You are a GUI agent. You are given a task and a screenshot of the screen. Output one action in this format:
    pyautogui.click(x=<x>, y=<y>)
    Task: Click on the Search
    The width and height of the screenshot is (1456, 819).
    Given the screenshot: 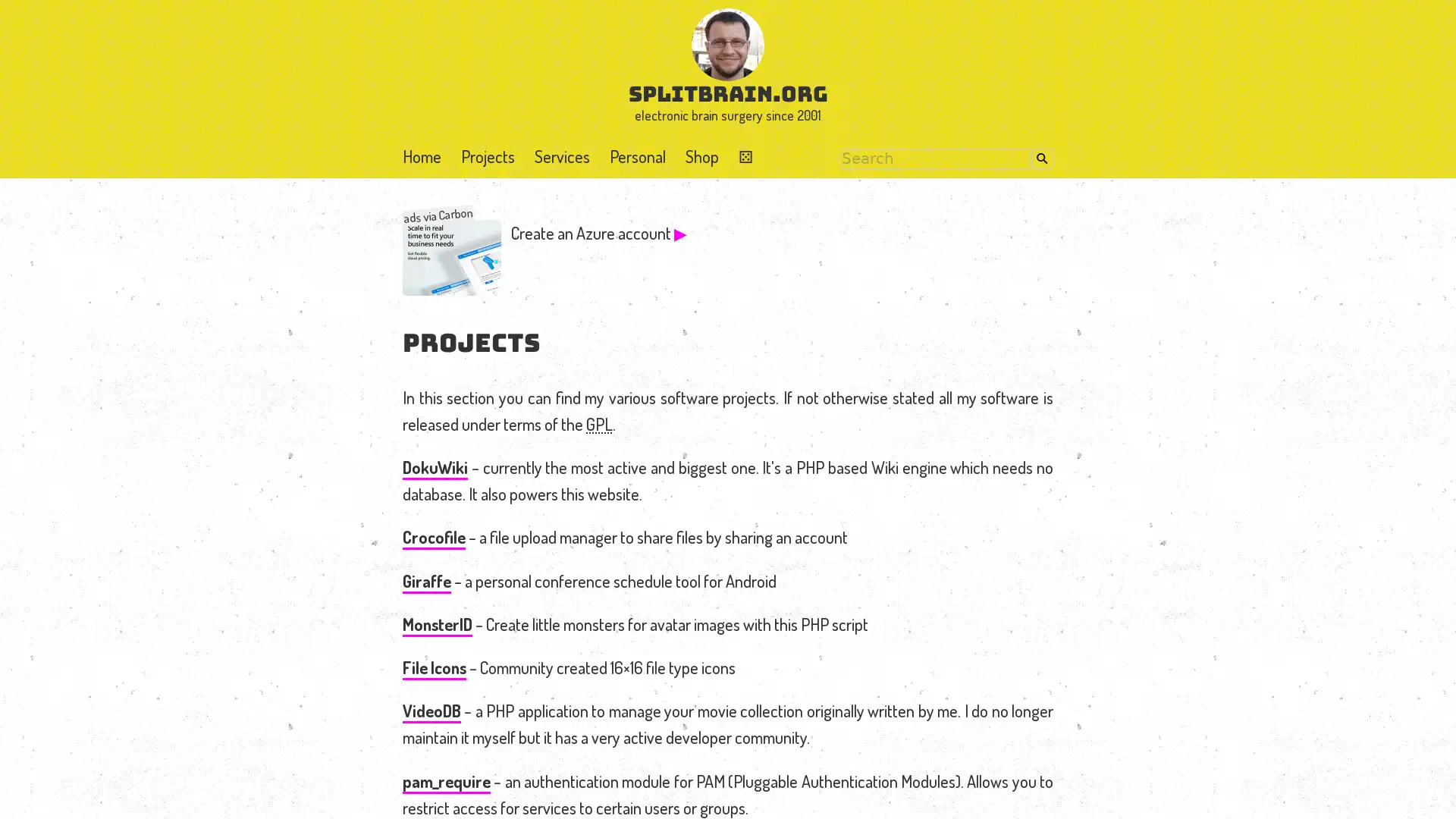 What is the action you would take?
    pyautogui.click(x=1041, y=158)
    